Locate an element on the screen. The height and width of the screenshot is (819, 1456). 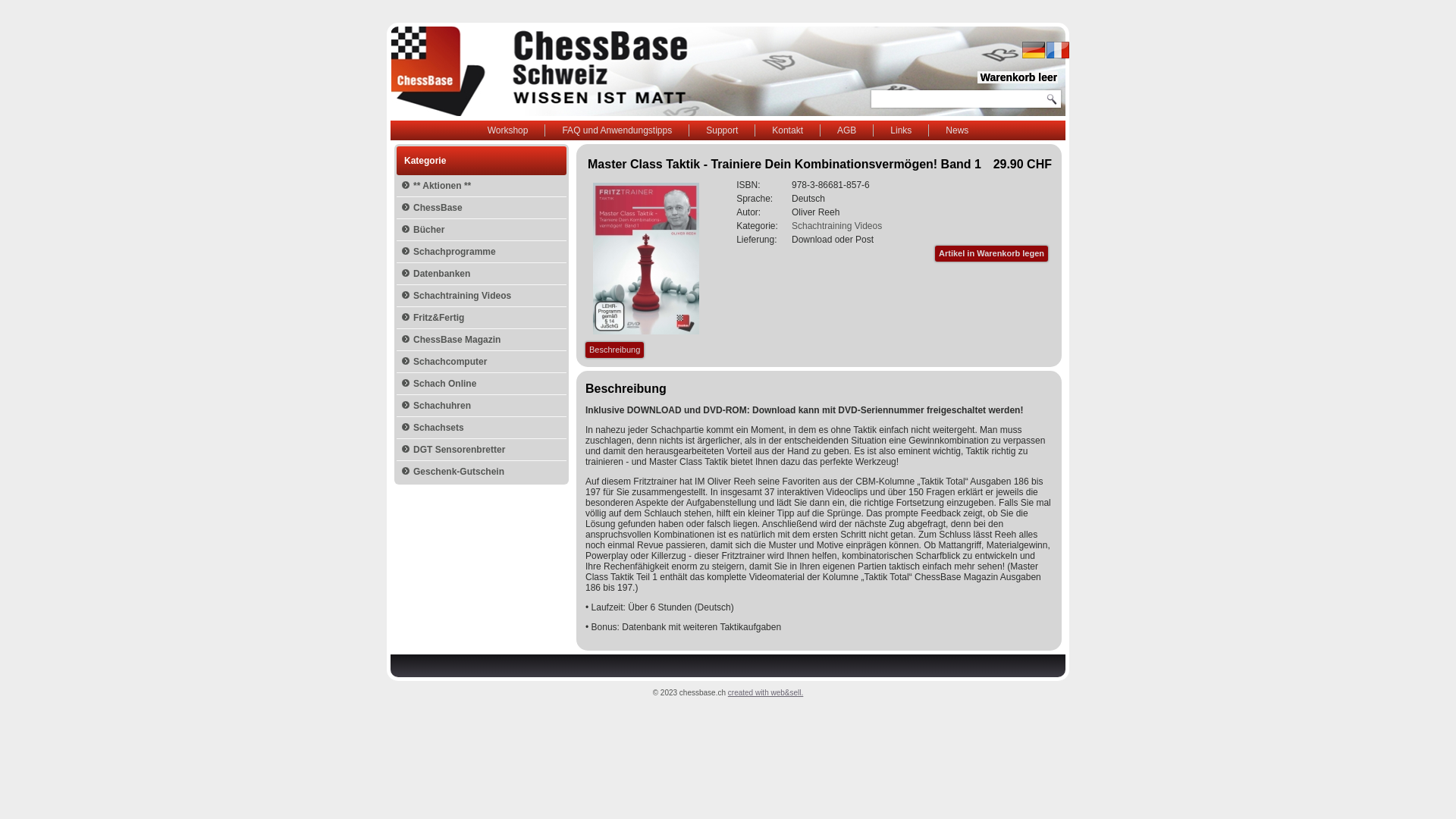
'DGT Sensorenbretter' is located at coordinates (480, 449).